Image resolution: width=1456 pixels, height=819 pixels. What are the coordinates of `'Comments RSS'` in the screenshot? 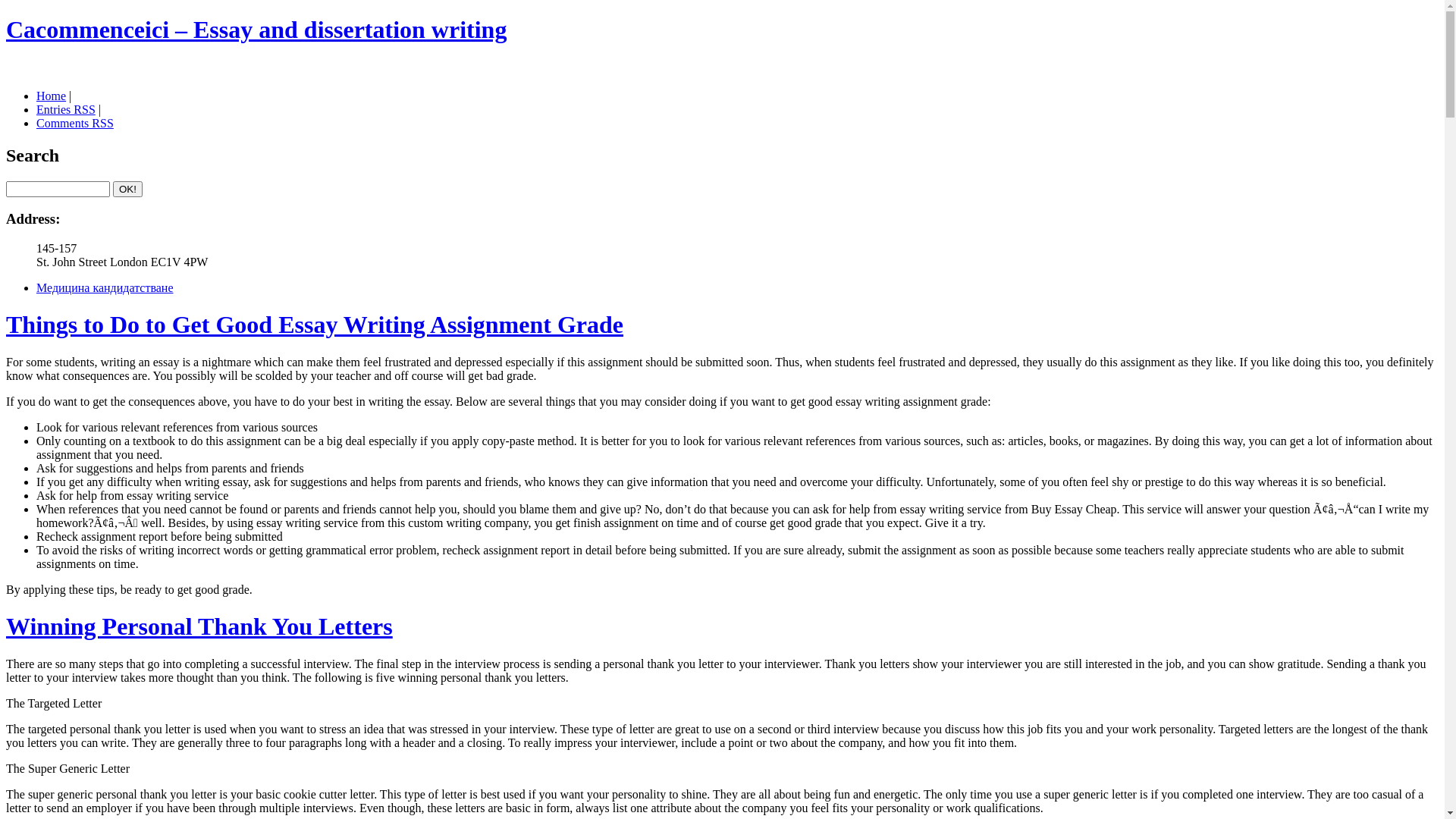 It's located at (74, 122).